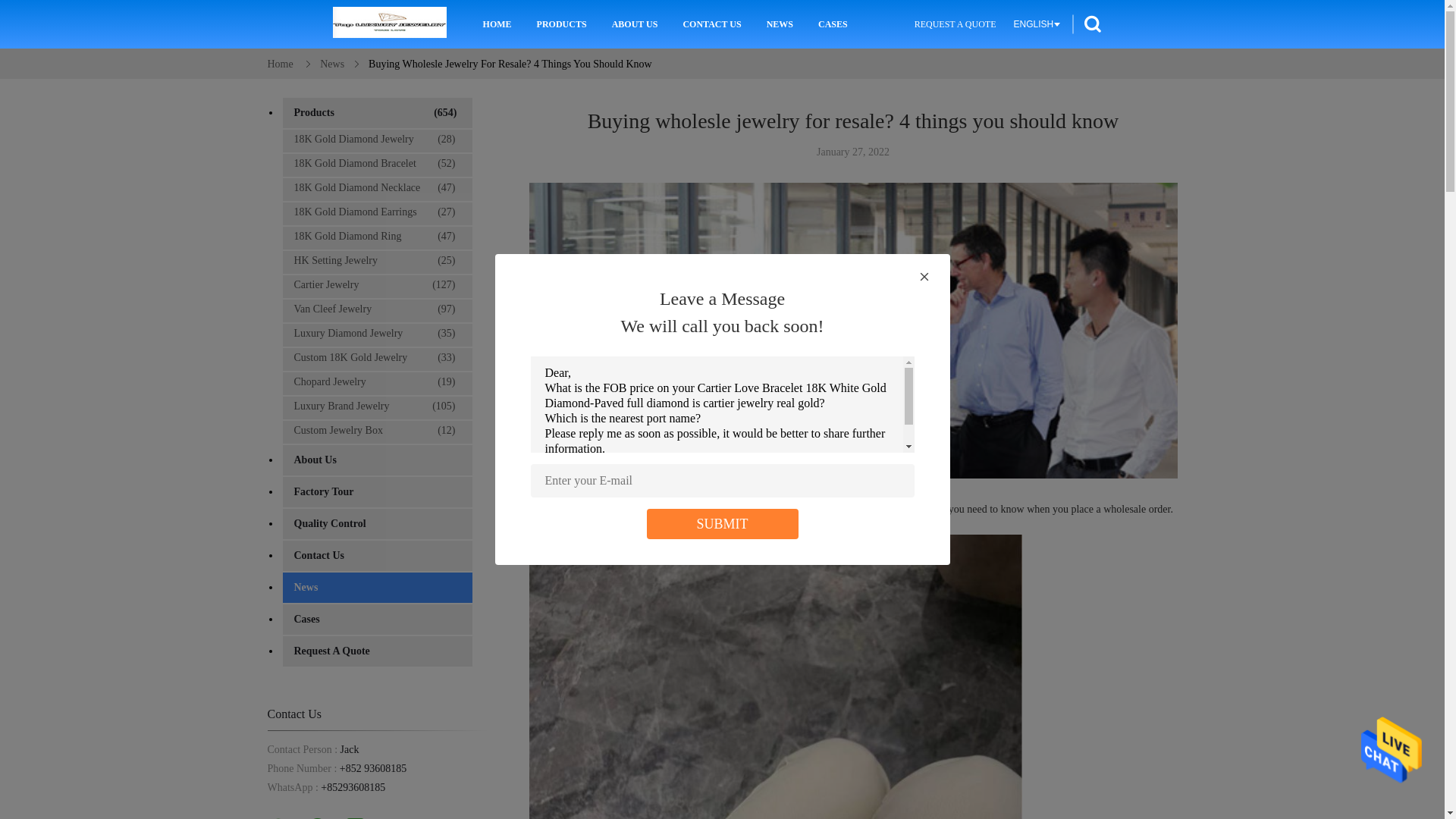  I want to click on 'PRODUCTS', so click(560, 24).